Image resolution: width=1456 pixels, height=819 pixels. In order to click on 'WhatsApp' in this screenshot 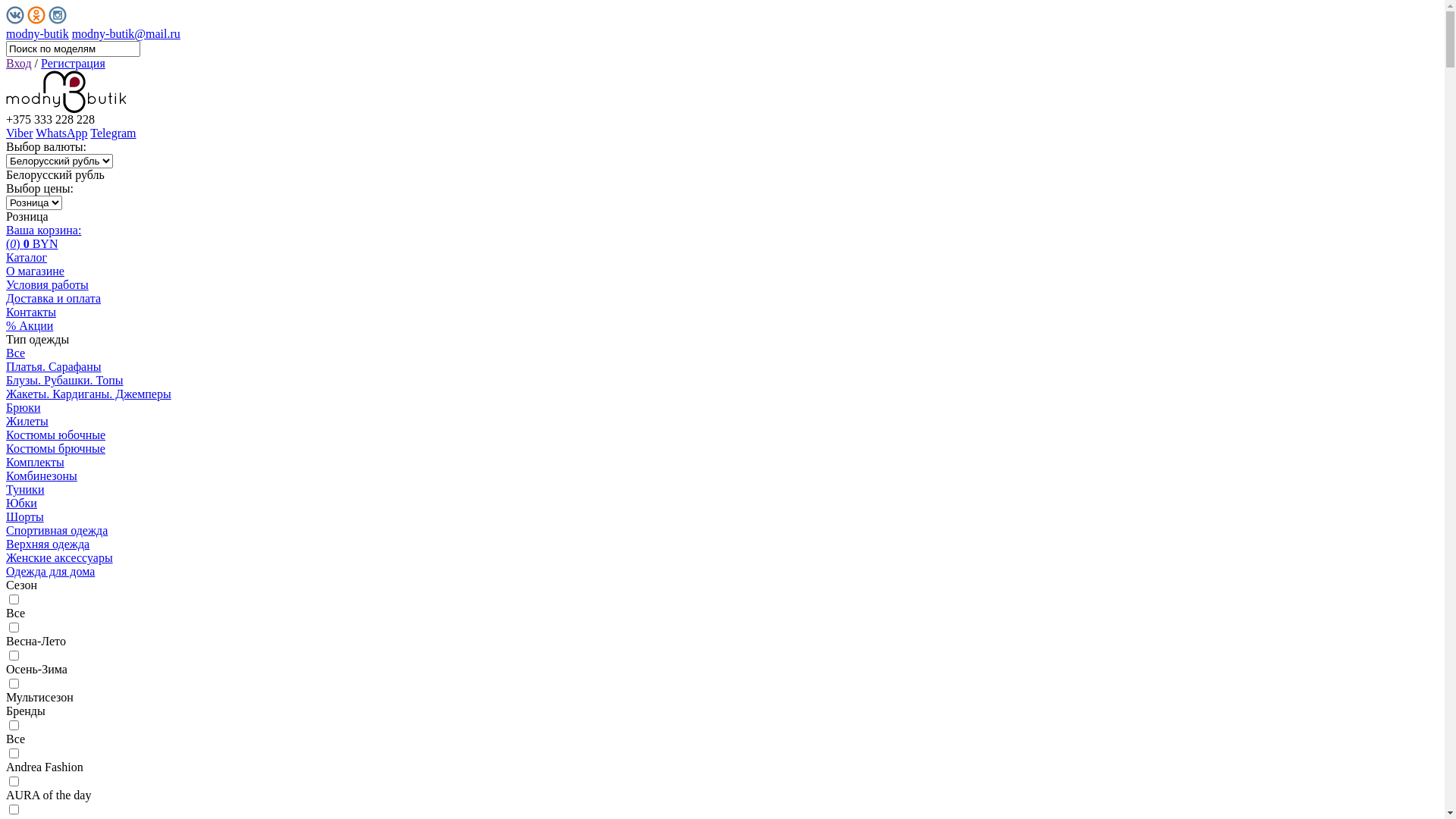, I will do `click(61, 132)`.